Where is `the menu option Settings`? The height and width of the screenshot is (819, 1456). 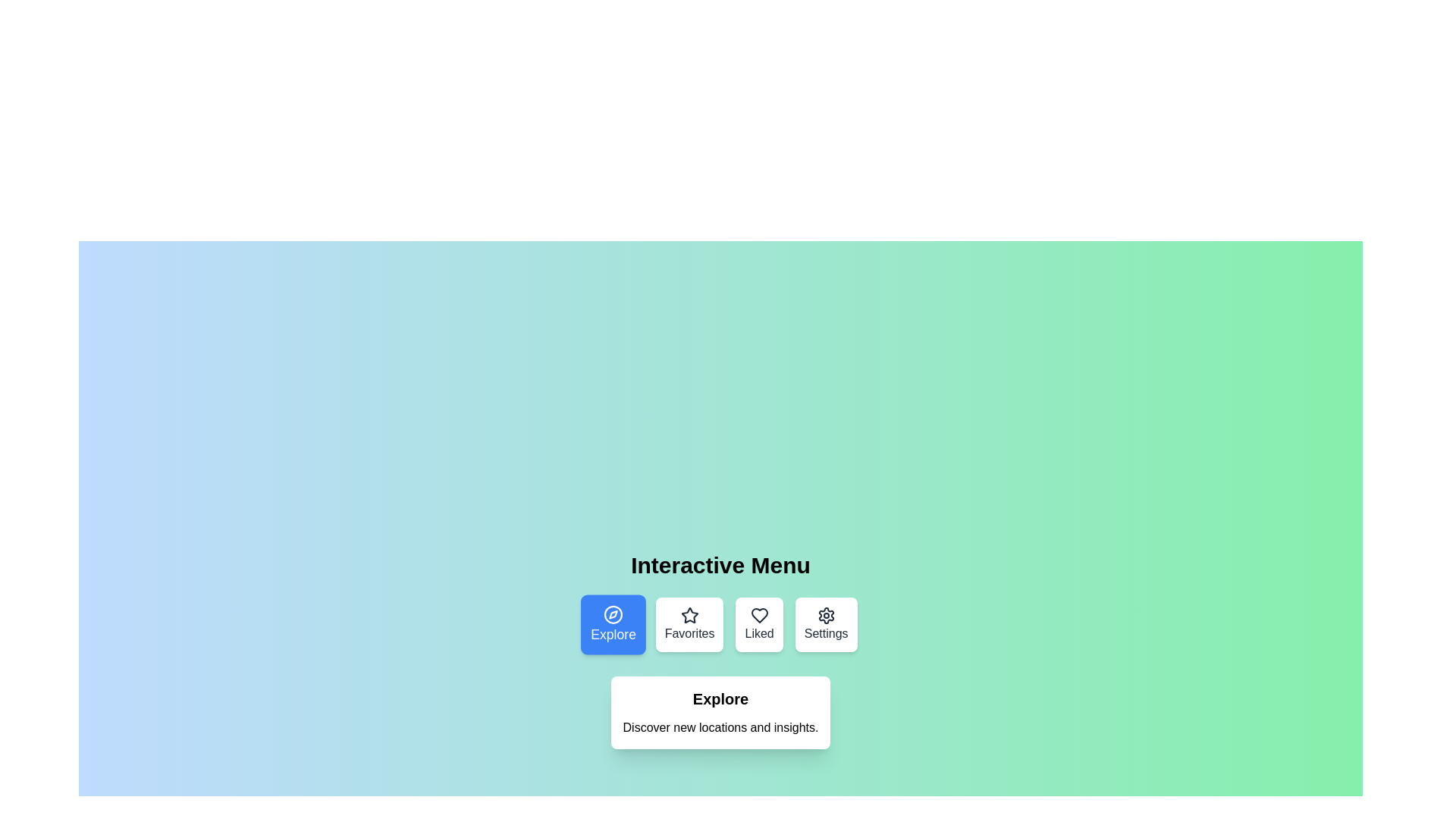
the menu option Settings is located at coordinates (825, 625).